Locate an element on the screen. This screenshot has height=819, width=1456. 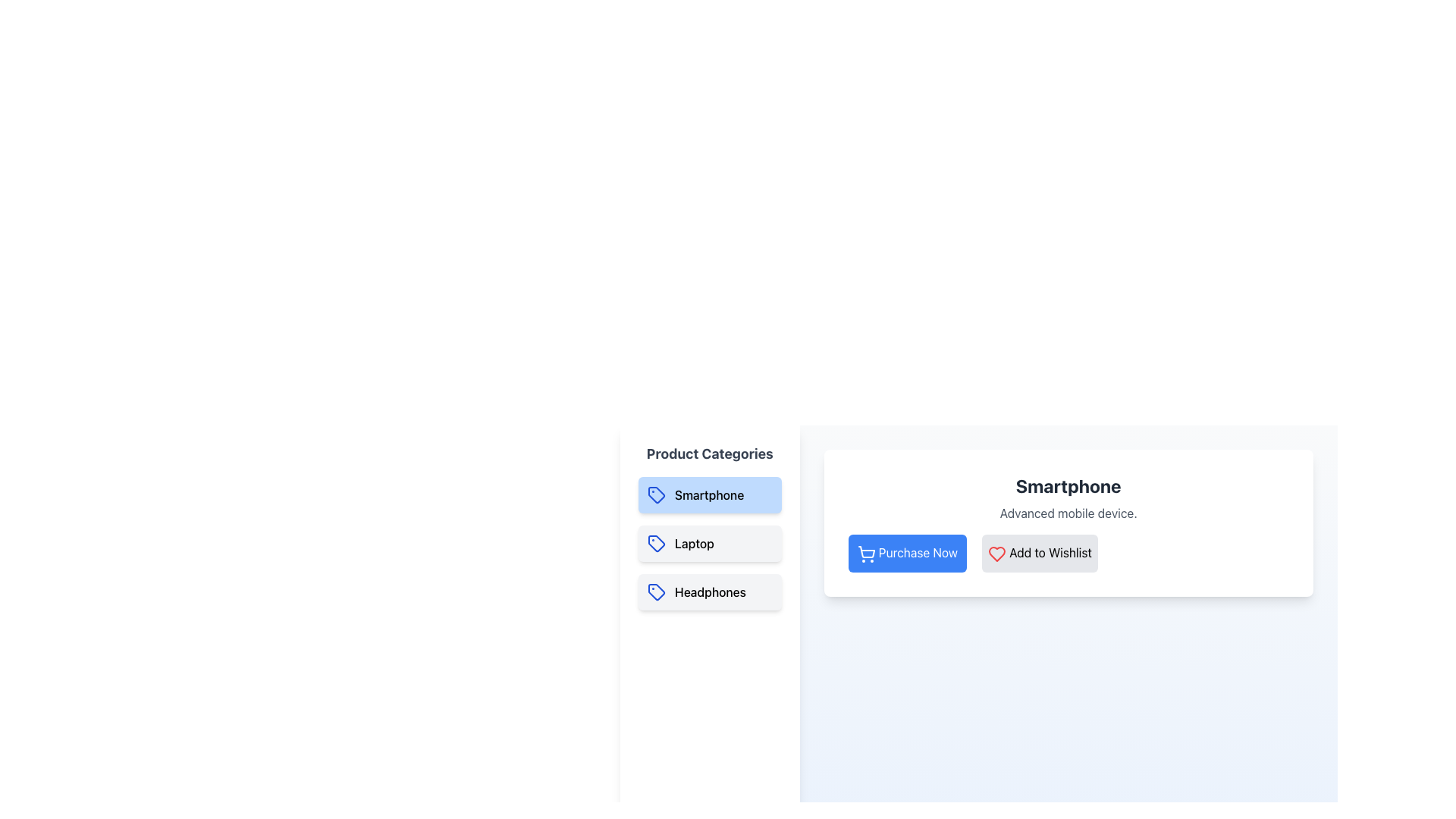
the icon within the 'Purchase Now' button located on the right side of the interface under the 'Smartphone' section is located at coordinates (866, 554).